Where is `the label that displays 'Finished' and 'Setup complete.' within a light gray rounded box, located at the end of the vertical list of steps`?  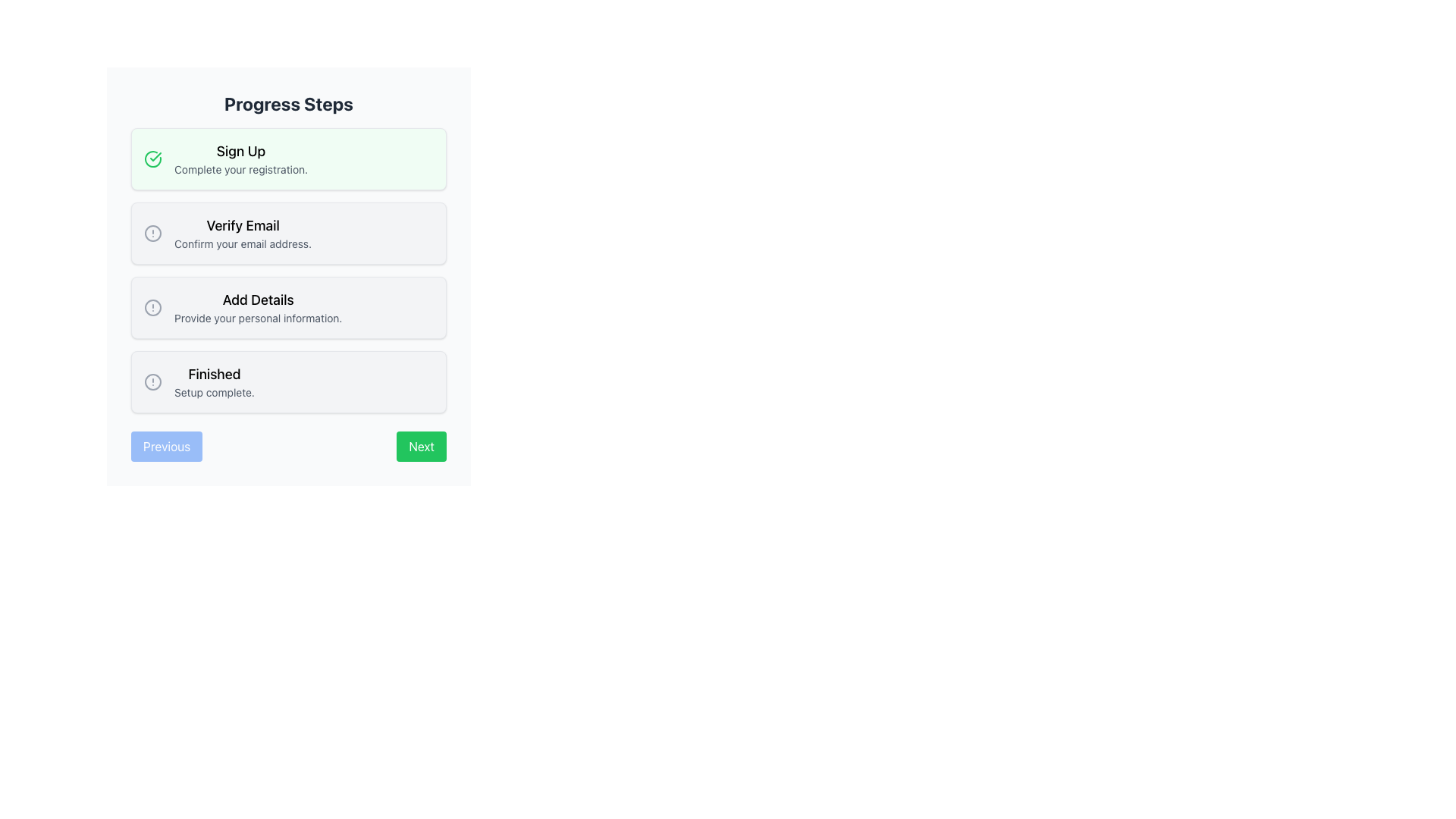
the label that displays 'Finished' and 'Setup complete.' within a light gray rounded box, located at the end of the vertical list of steps is located at coordinates (214, 381).